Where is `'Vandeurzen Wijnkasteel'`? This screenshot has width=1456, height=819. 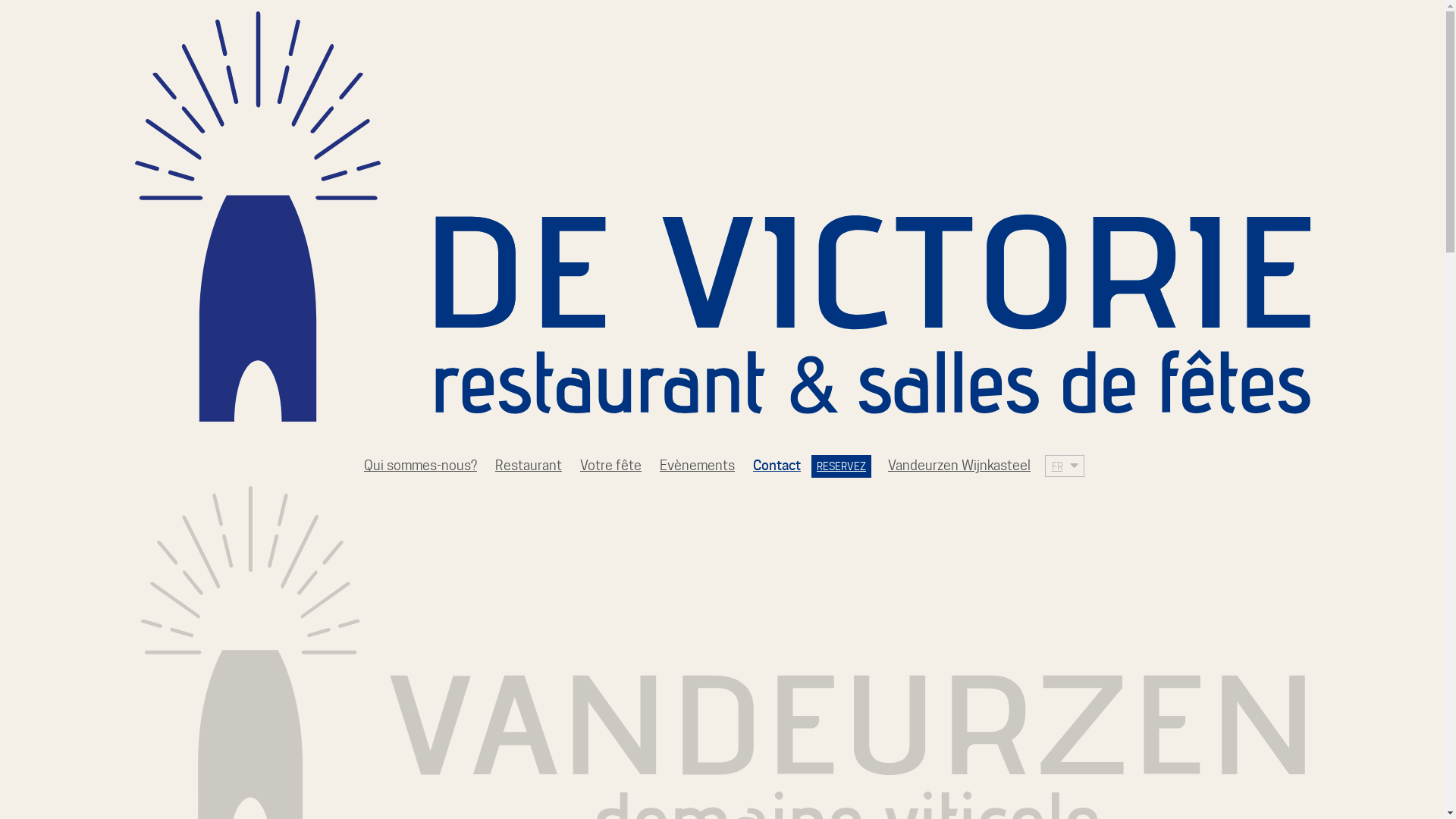
'Vandeurzen Wijnkasteel' is located at coordinates (959, 464).